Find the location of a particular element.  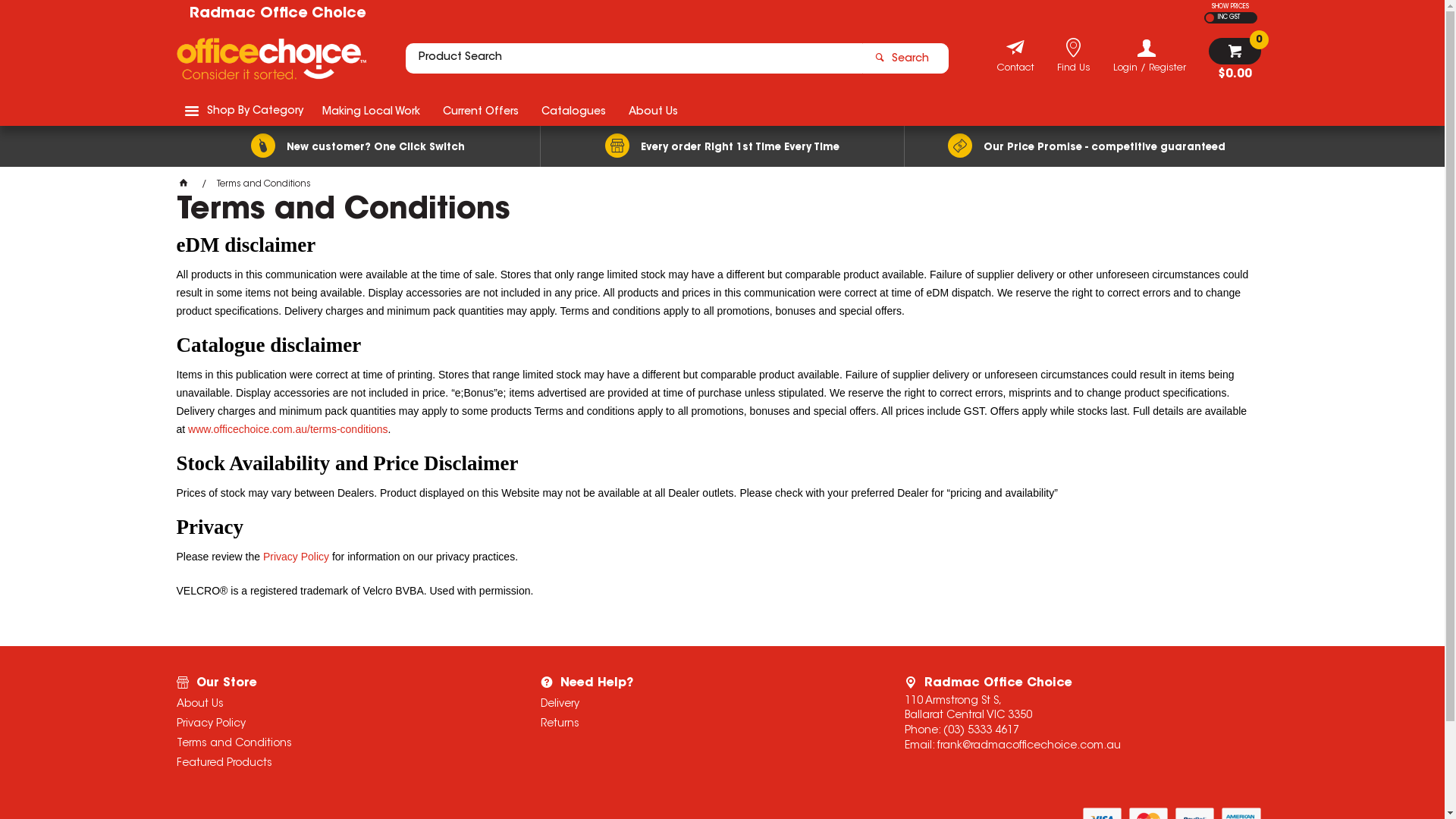

'Current Offers' is located at coordinates (479, 110).